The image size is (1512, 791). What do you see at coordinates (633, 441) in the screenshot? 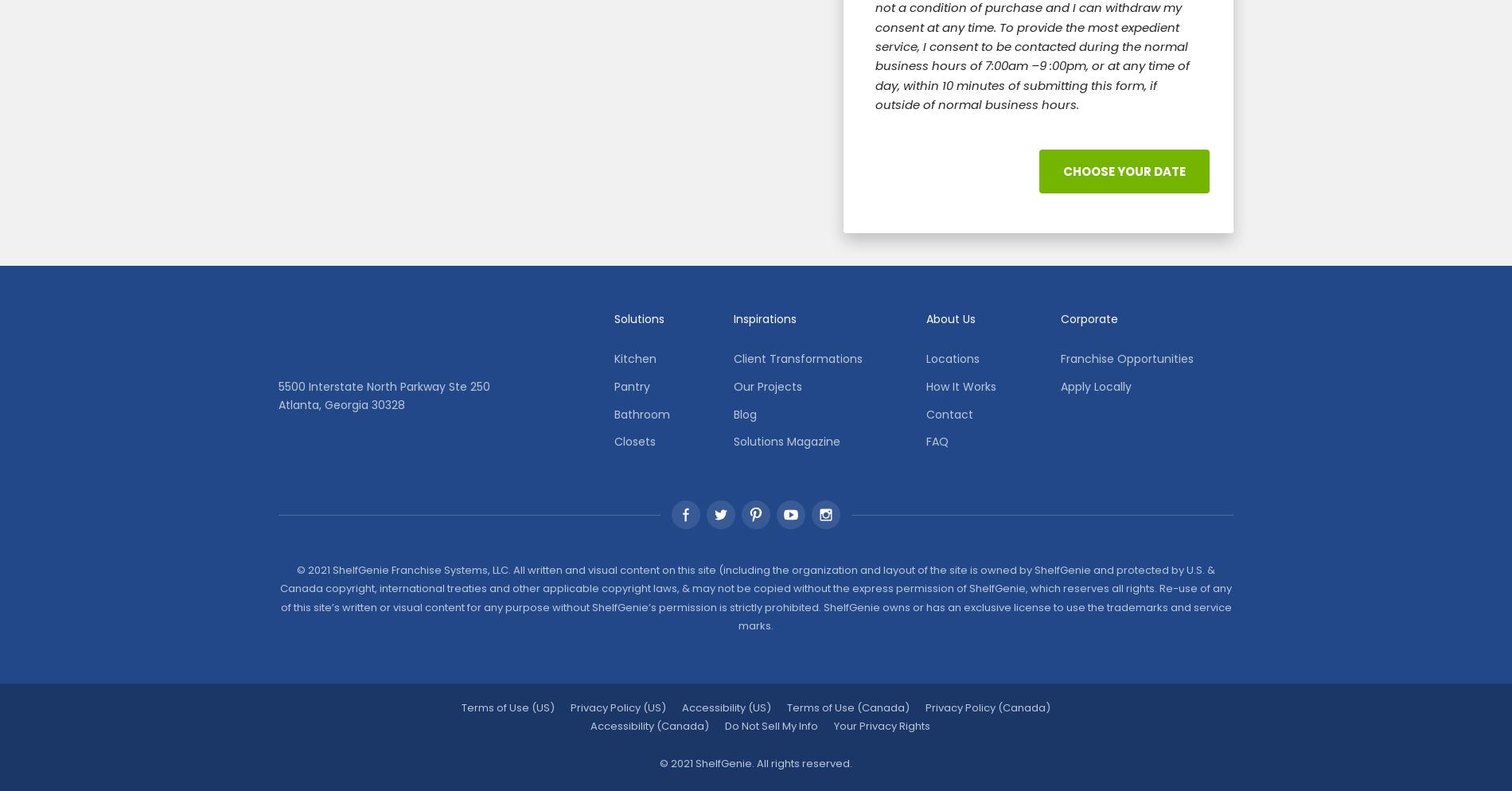
I see `'Closets'` at bounding box center [633, 441].